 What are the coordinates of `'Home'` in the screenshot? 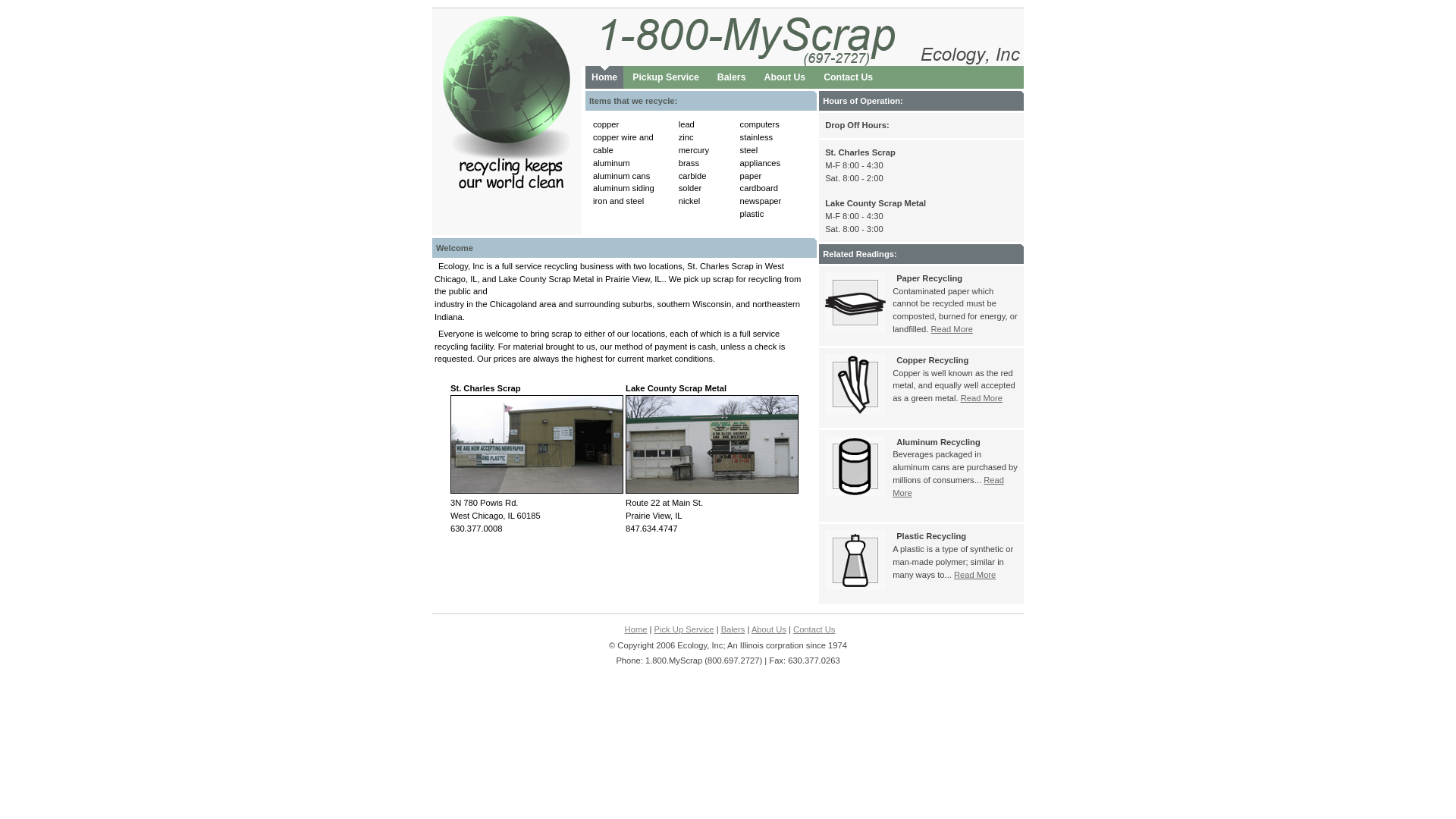 It's located at (625, 629).